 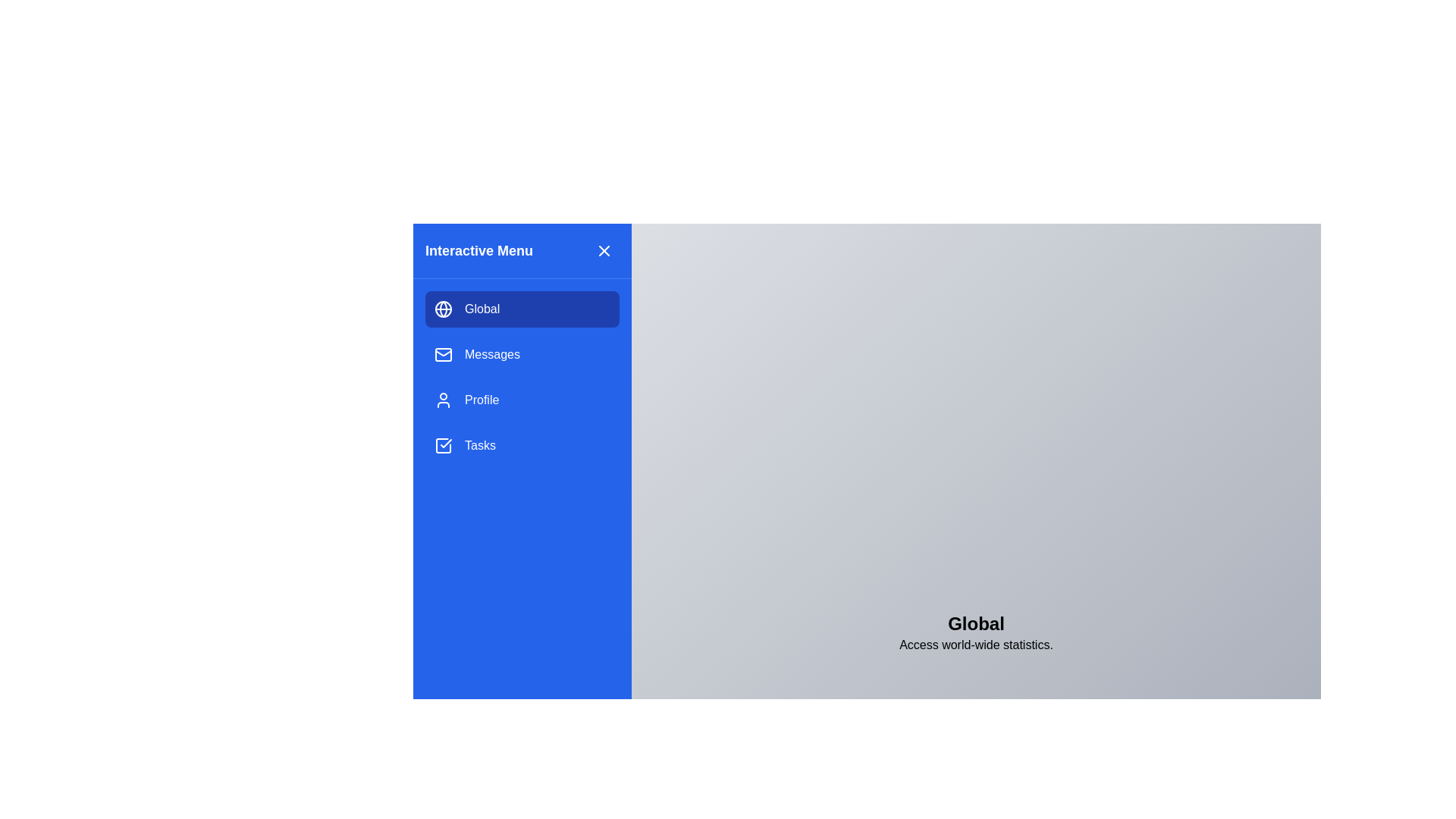 What do you see at coordinates (443, 400) in the screenshot?
I see `the user icon, which is a minimalist silhouette shaped like a person, located within the blue background of the 'Profile' section` at bounding box center [443, 400].